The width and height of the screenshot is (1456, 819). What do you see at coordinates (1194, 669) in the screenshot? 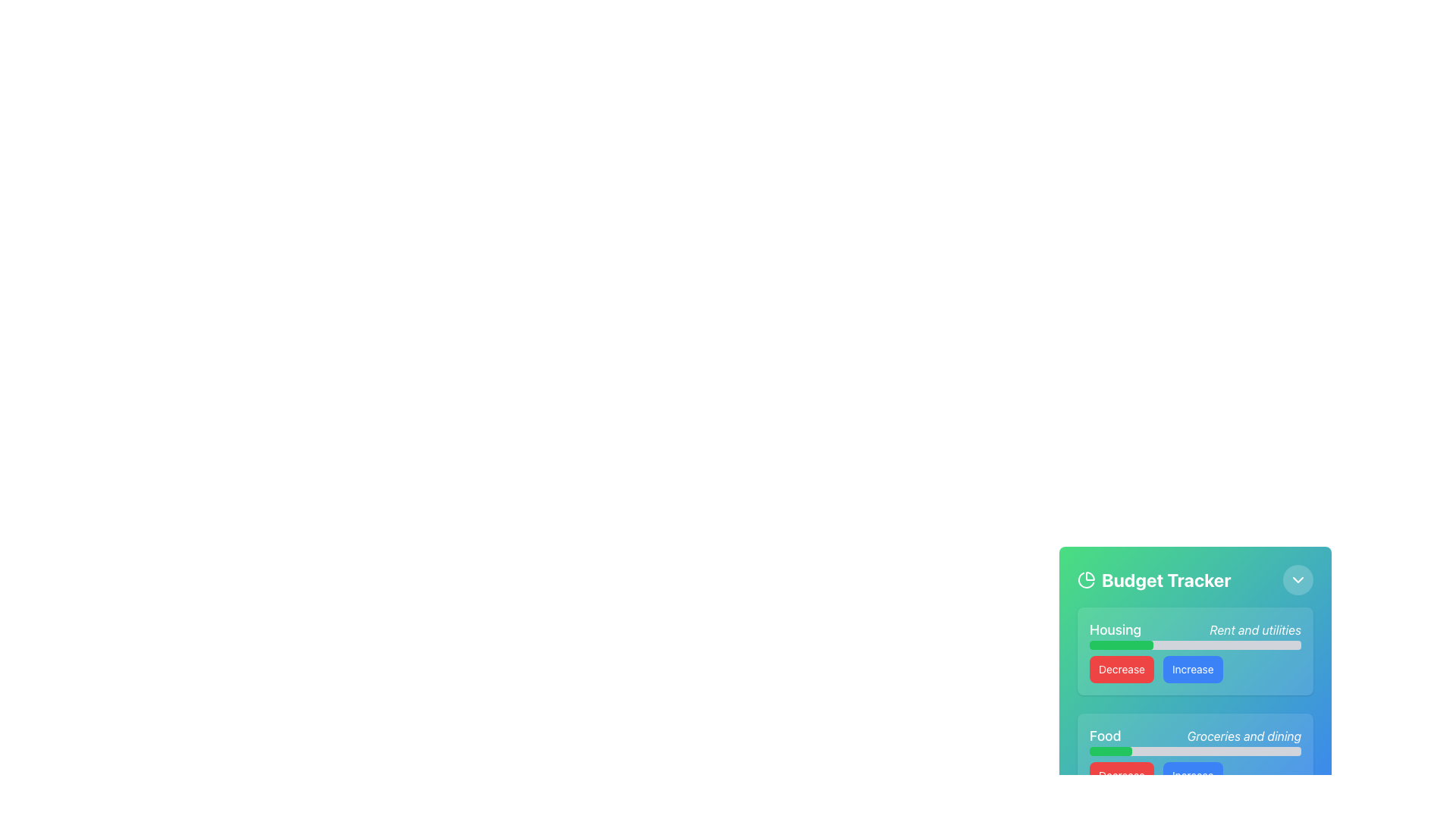
I see `the Button Group containing 'Decrease' and 'Increase' buttons for tooltips or effects` at bounding box center [1194, 669].